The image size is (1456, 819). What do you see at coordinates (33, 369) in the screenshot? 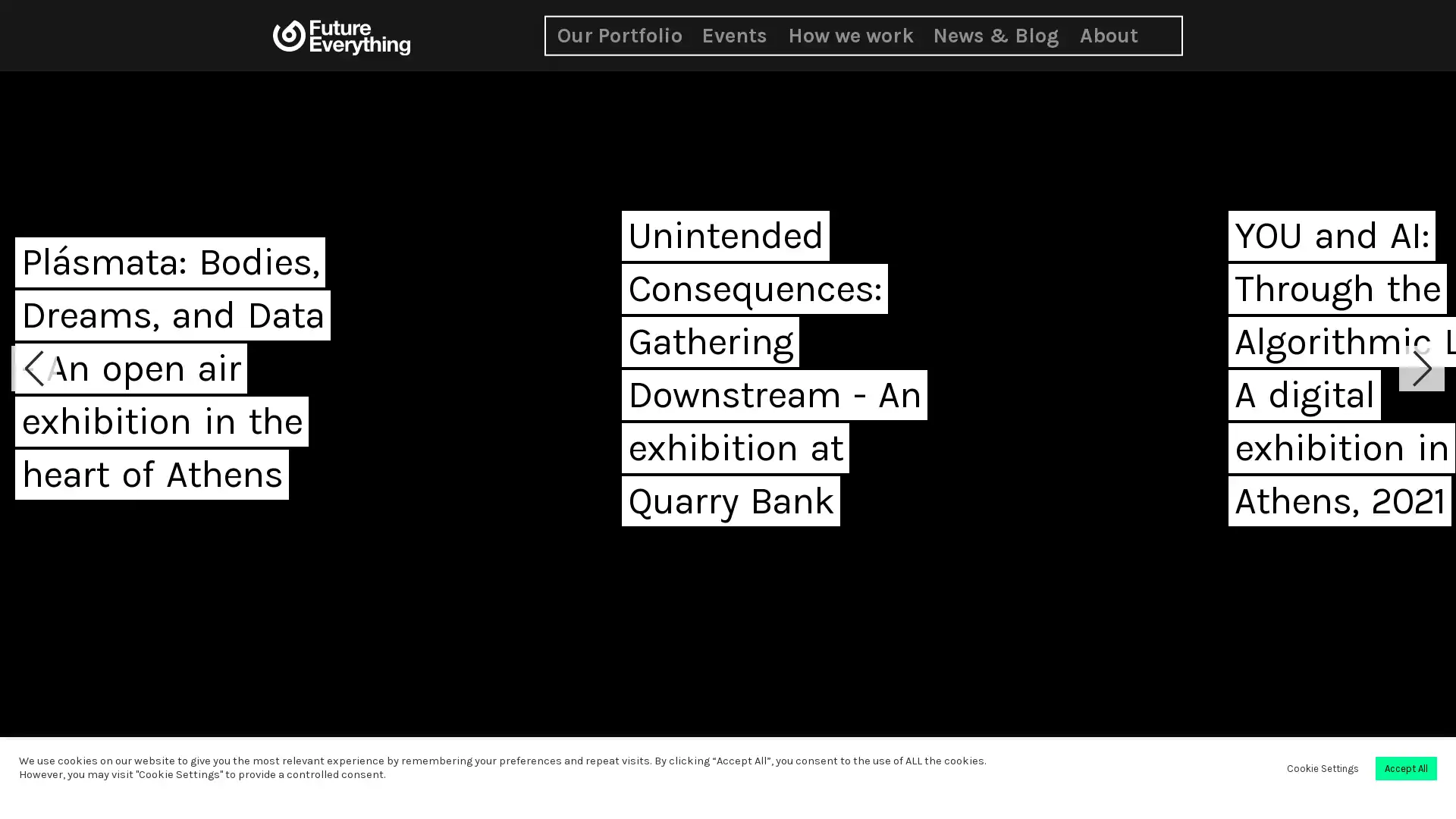
I see `Previous` at bounding box center [33, 369].